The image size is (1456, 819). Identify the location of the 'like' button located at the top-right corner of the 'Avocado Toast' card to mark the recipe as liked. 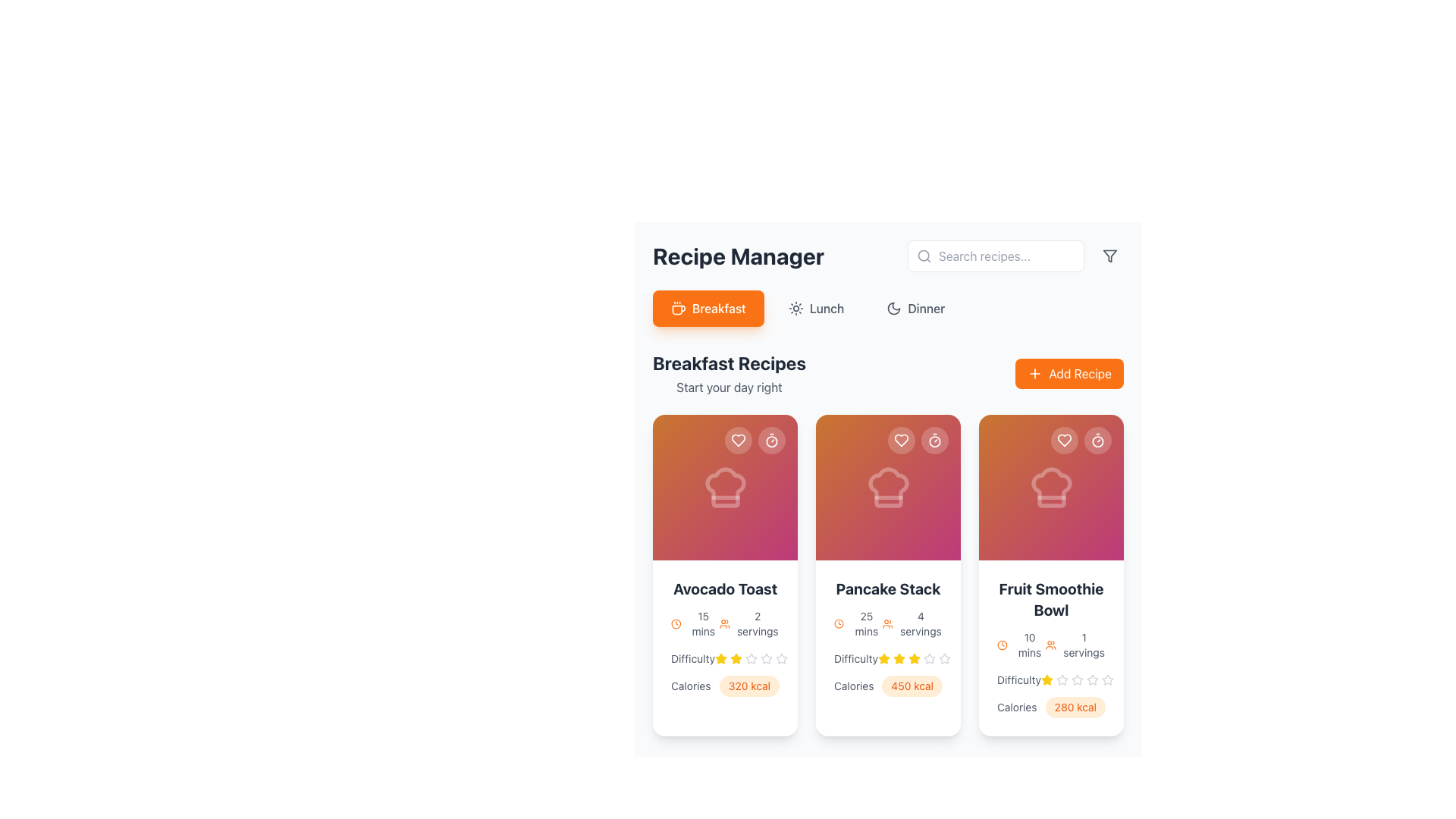
(739, 441).